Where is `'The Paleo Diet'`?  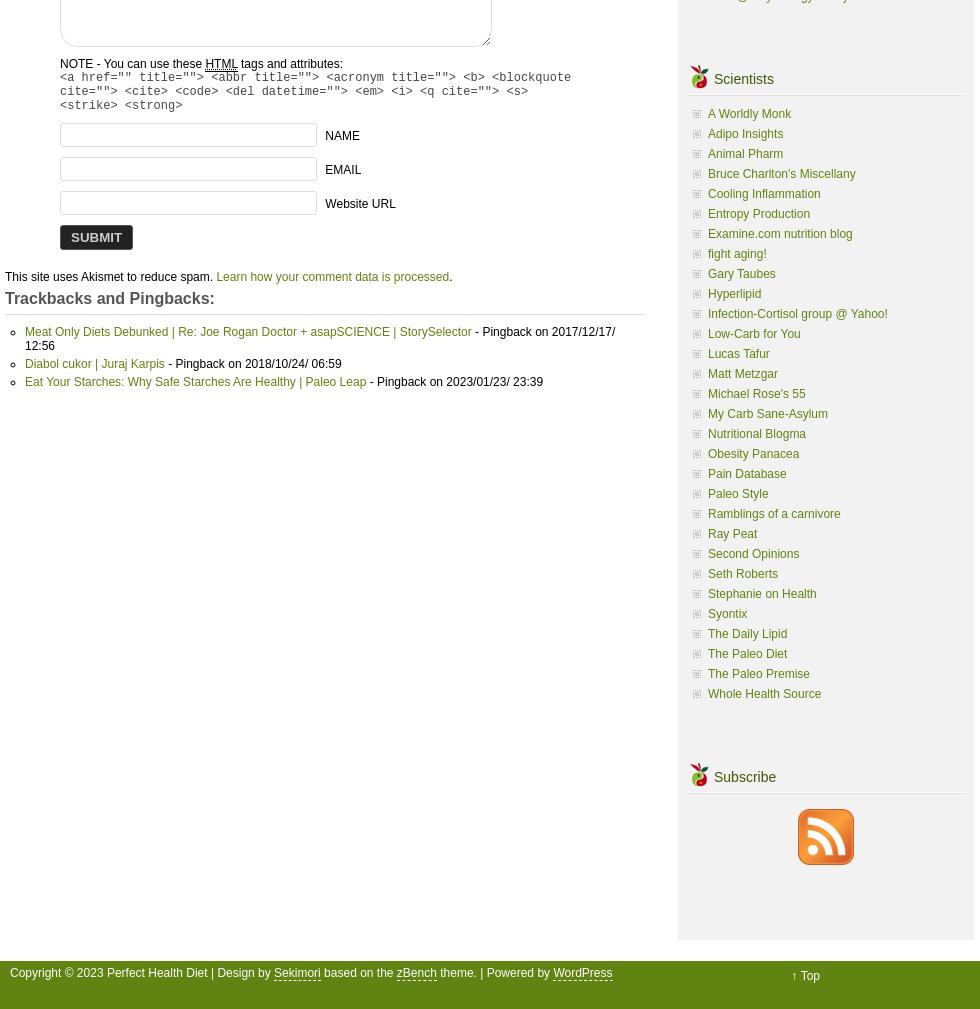 'The Paleo Diet' is located at coordinates (747, 653).